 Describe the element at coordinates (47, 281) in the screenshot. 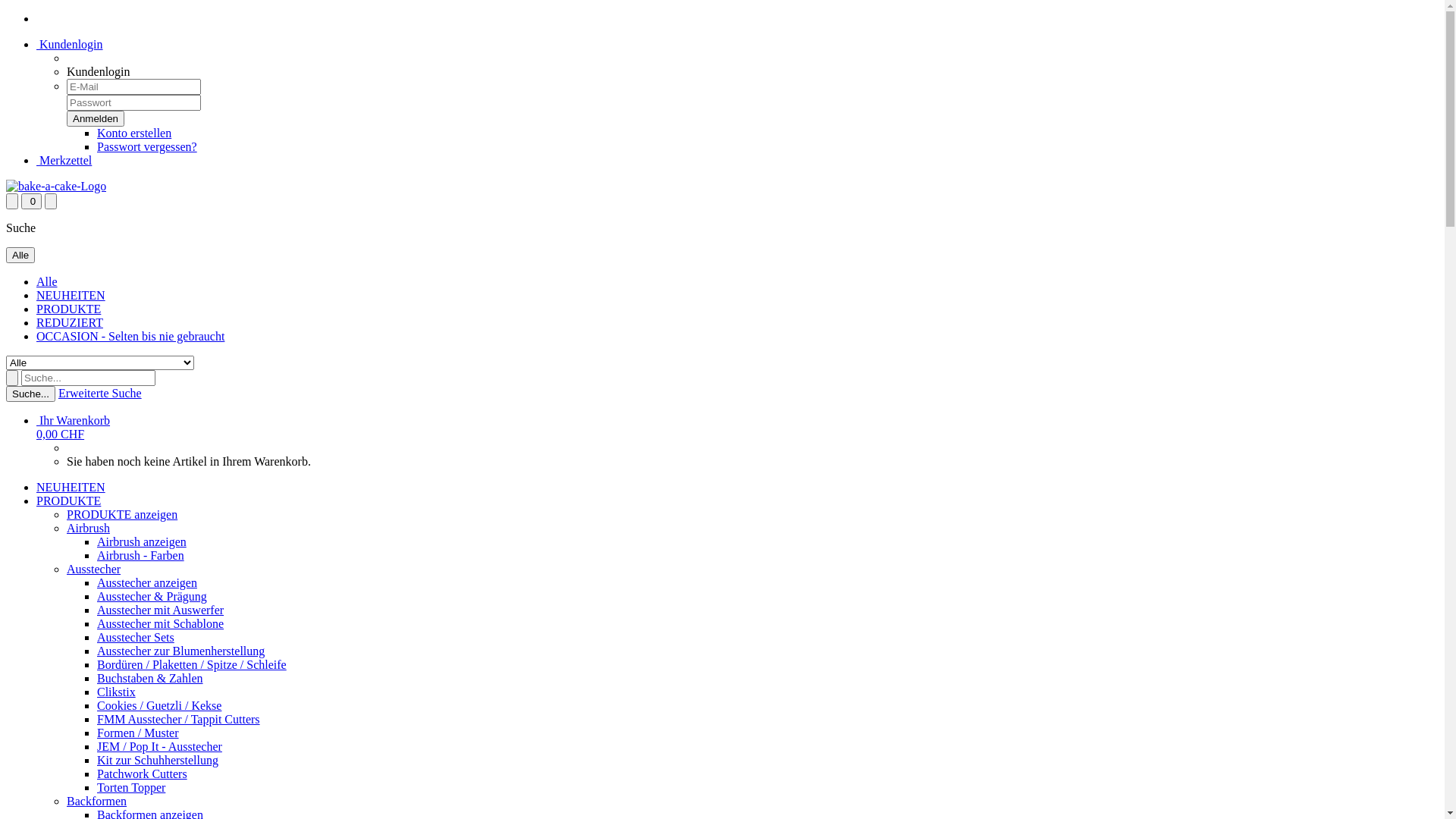

I see `'Alle'` at that location.